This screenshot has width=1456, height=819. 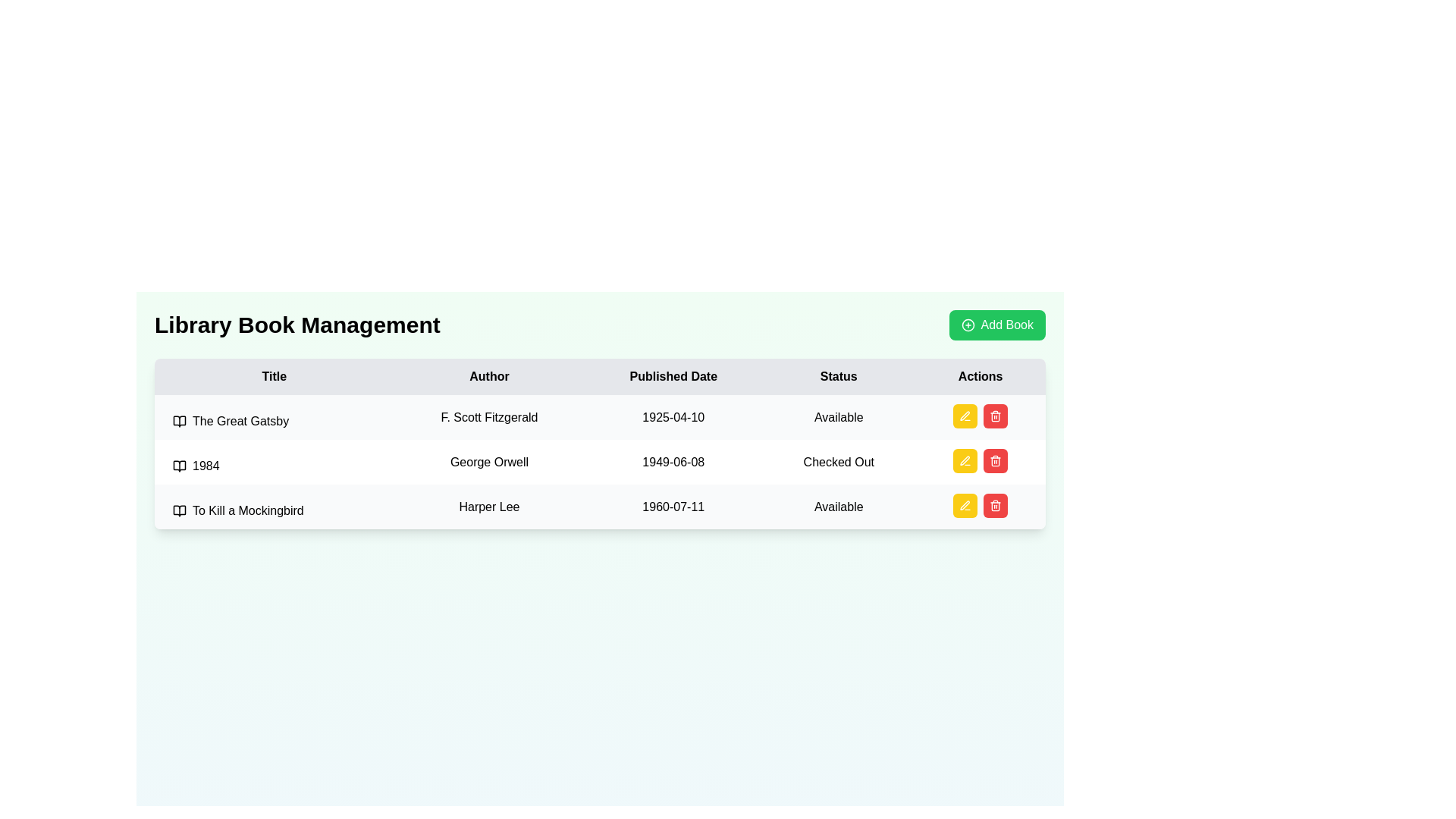 What do you see at coordinates (996, 506) in the screenshot?
I see `the red button with a white trash can icon located in the Actions column of the third row of the Library Book Management table` at bounding box center [996, 506].